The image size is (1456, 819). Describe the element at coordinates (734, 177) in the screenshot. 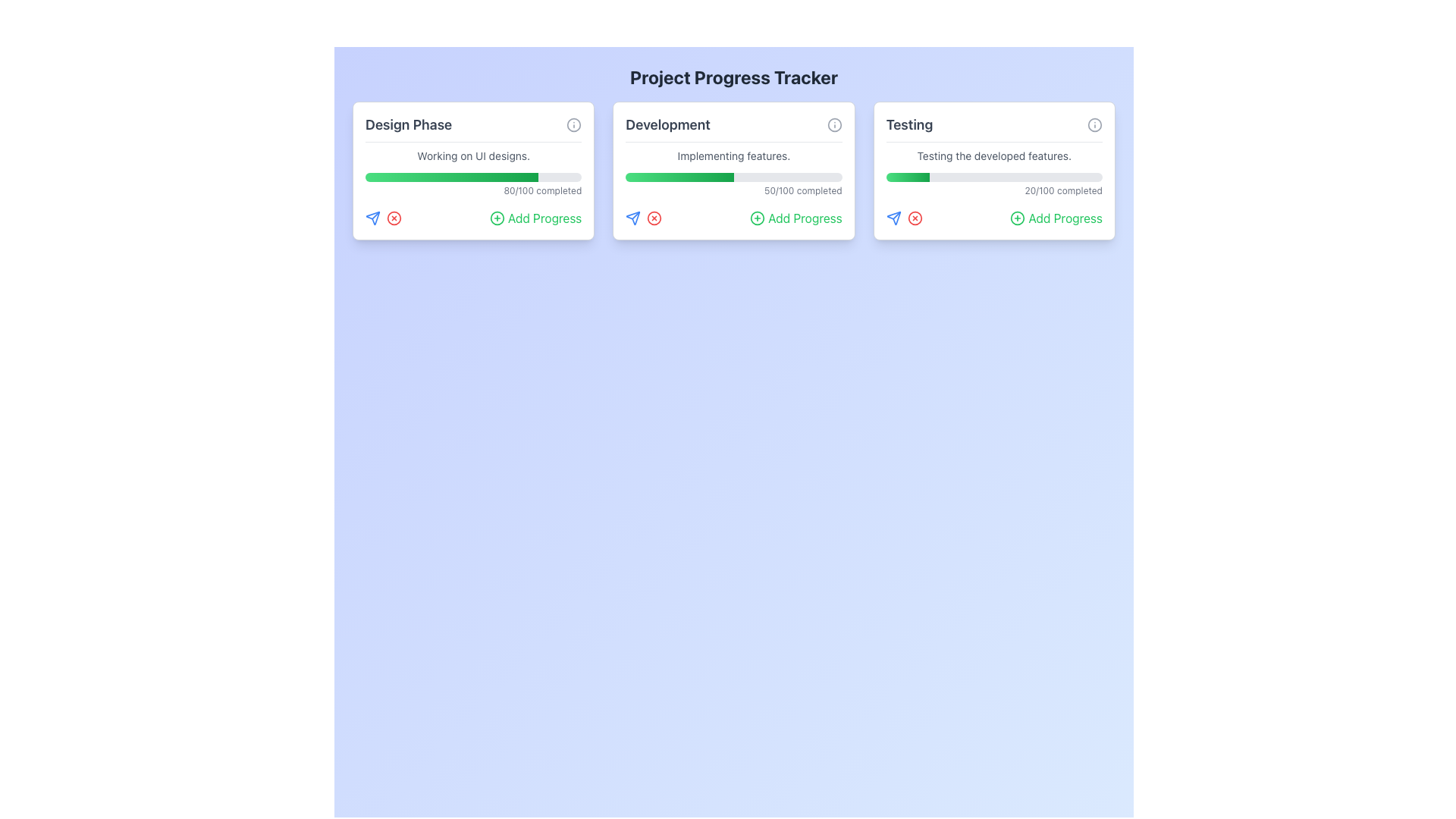

I see `the progress bar located in the 'Development' card, which is styled with a gray base and a green gradient filling, situated below the text 'Implementing features.'` at that location.